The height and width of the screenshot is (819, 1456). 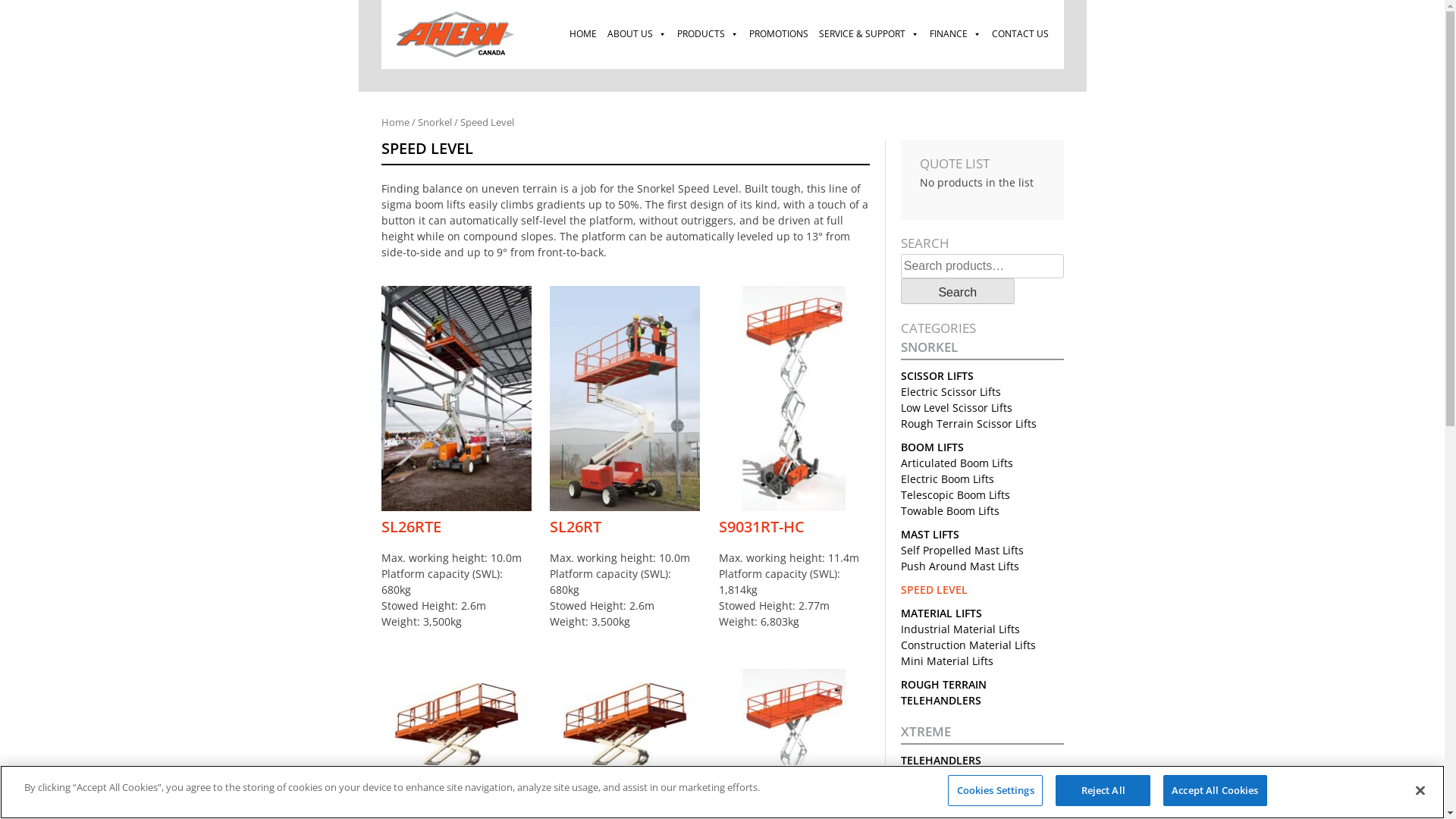 What do you see at coordinates (931, 446) in the screenshot?
I see `'BOOM LIFTS'` at bounding box center [931, 446].